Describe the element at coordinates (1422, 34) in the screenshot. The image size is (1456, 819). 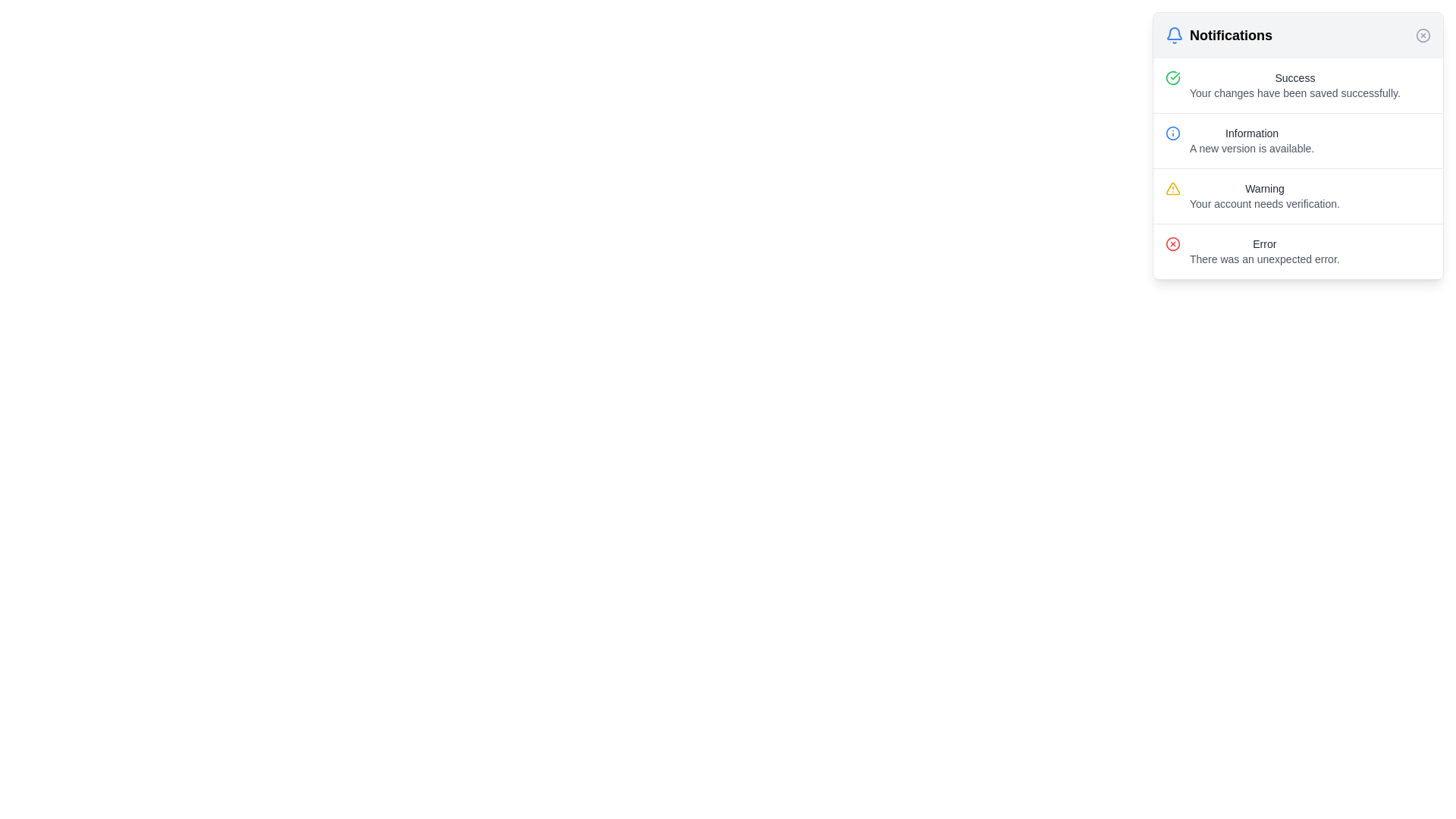
I see `the close button located at the top-right corner of the Notifications panel` at that location.